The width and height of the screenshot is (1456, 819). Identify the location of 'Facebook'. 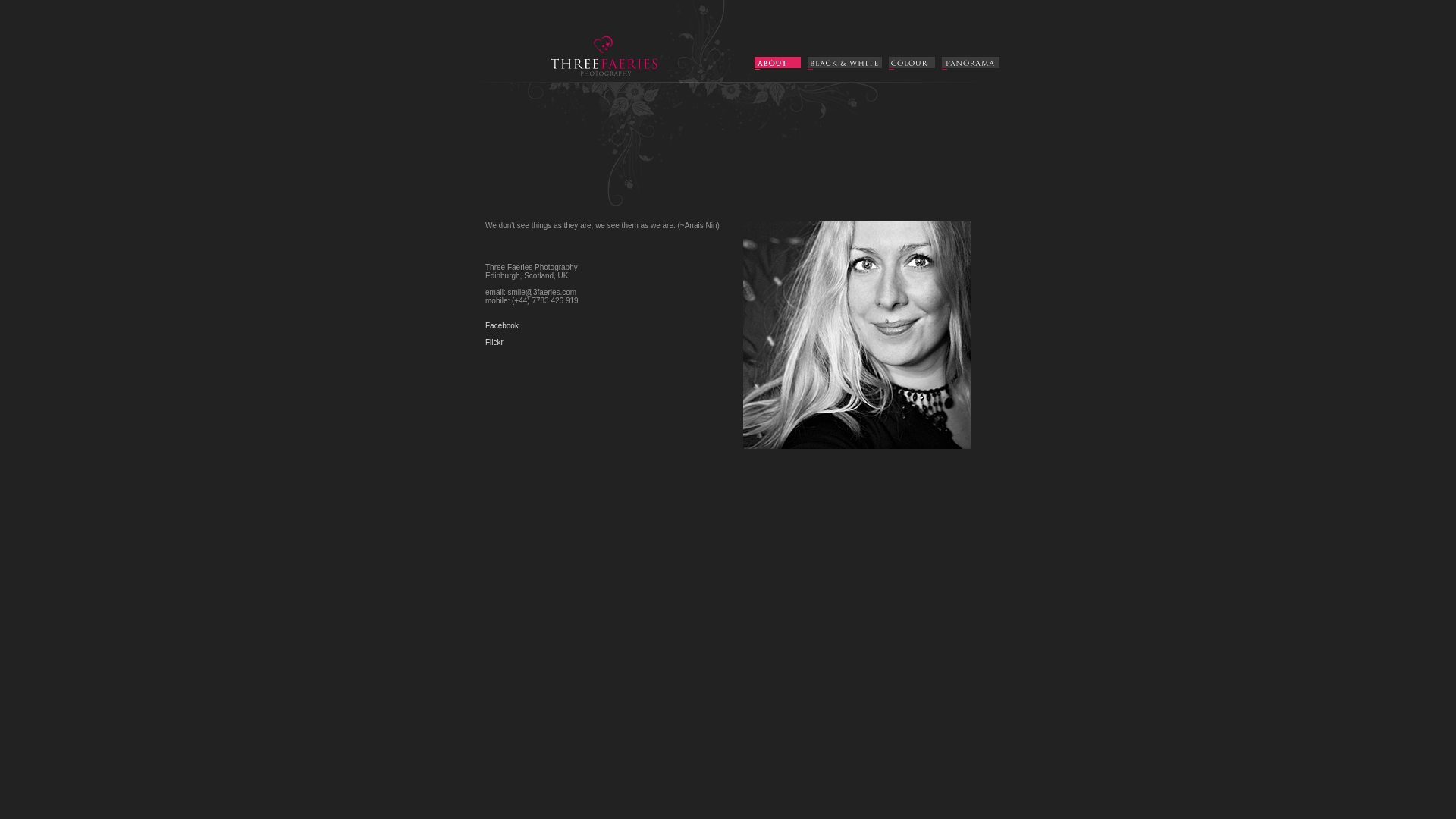
(502, 325).